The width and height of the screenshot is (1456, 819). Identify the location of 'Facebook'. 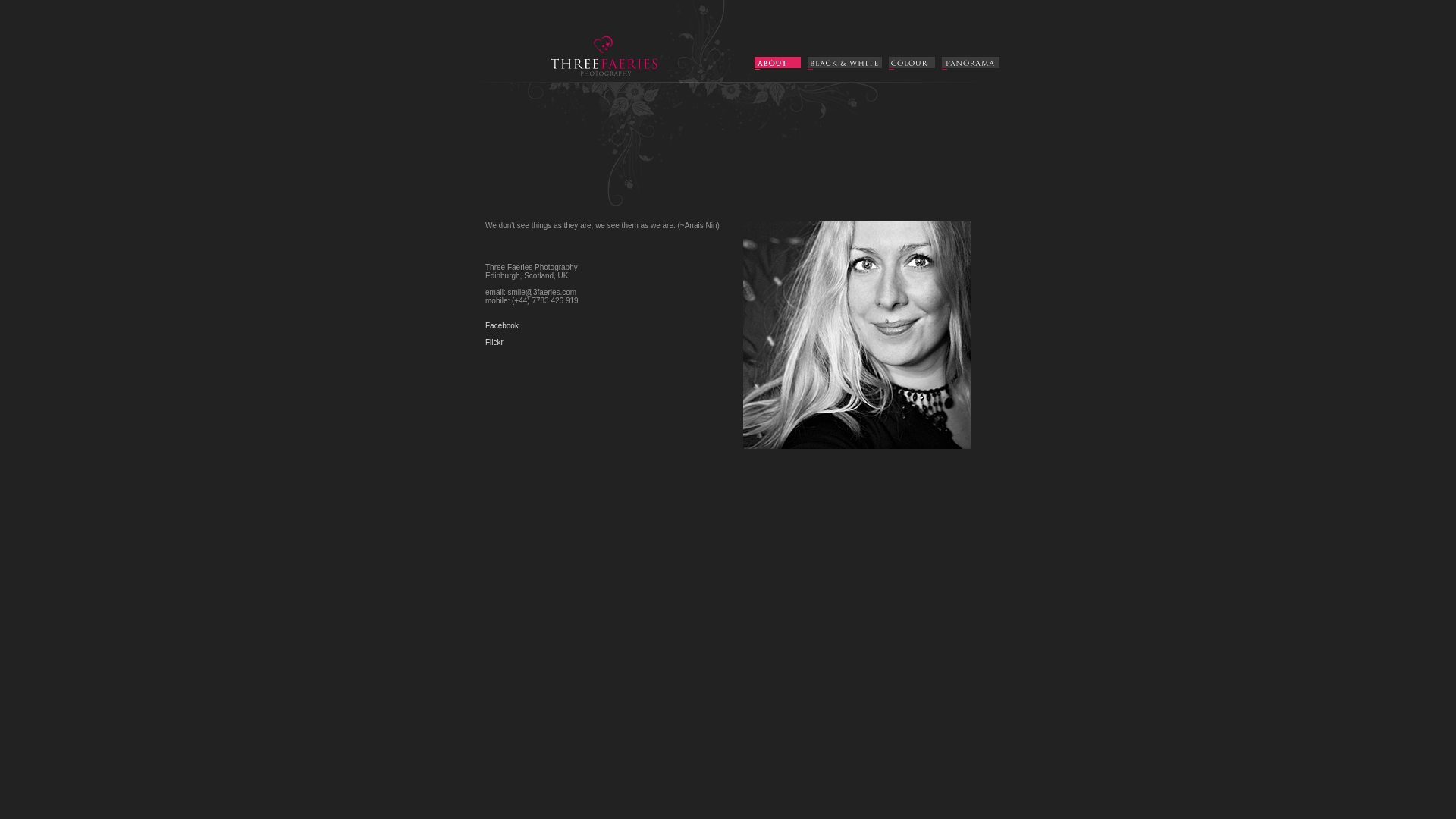
(502, 325).